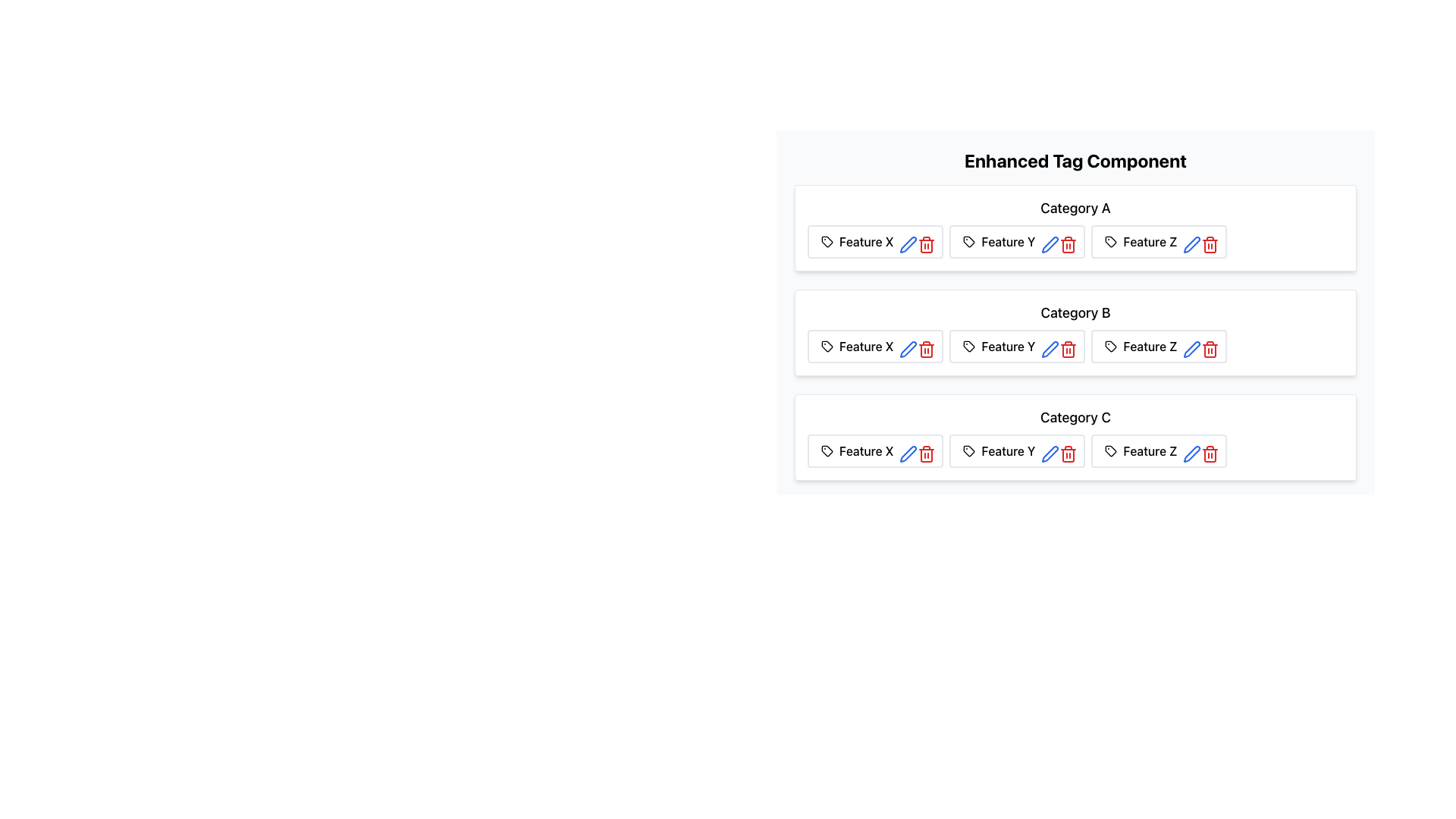  I want to click on the 'Edit' button located in the 'Category C' section next to 'Feature X', so click(908, 453).